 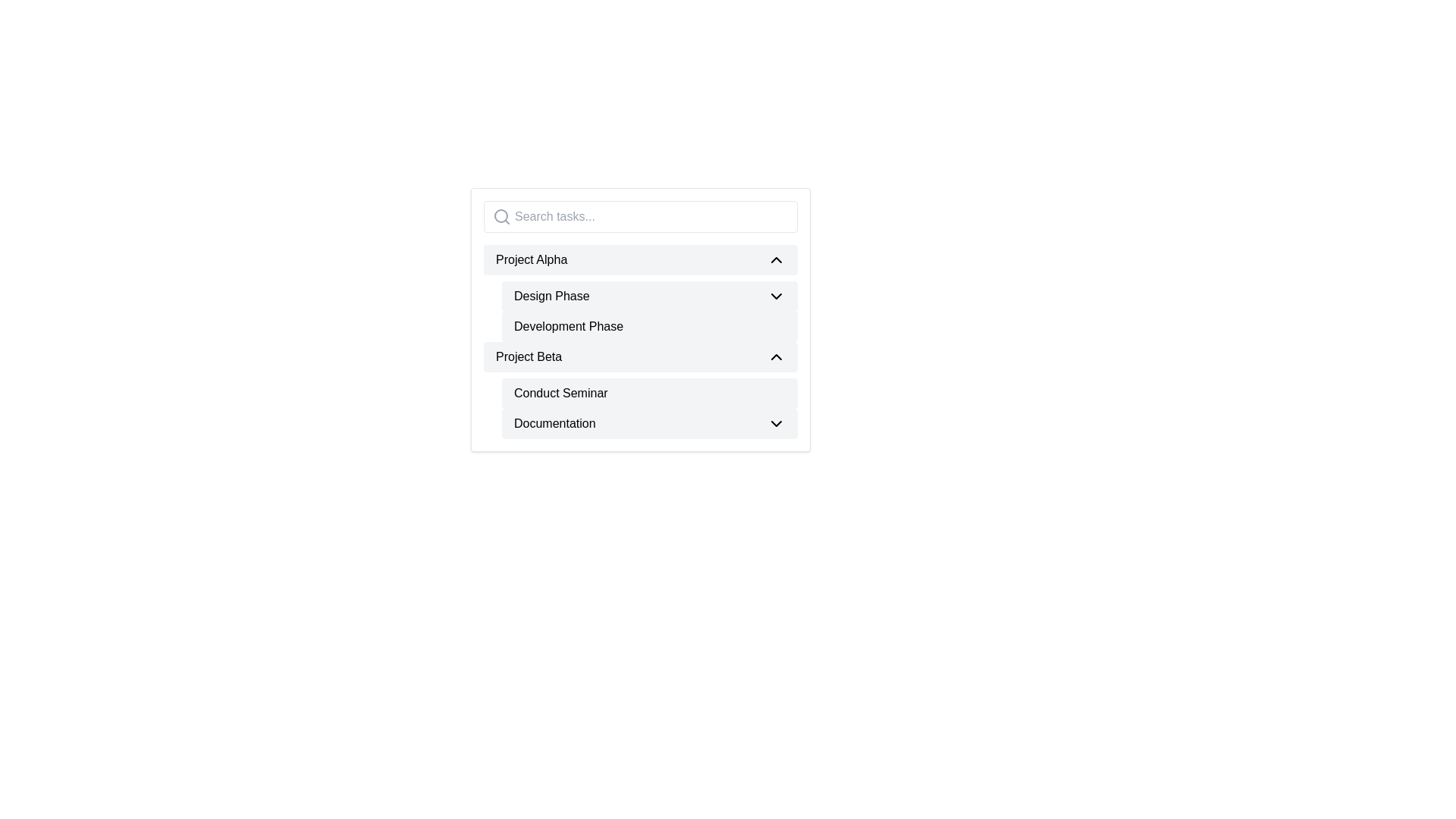 I want to click on the first button in the project phases group, so click(x=650, y=296).